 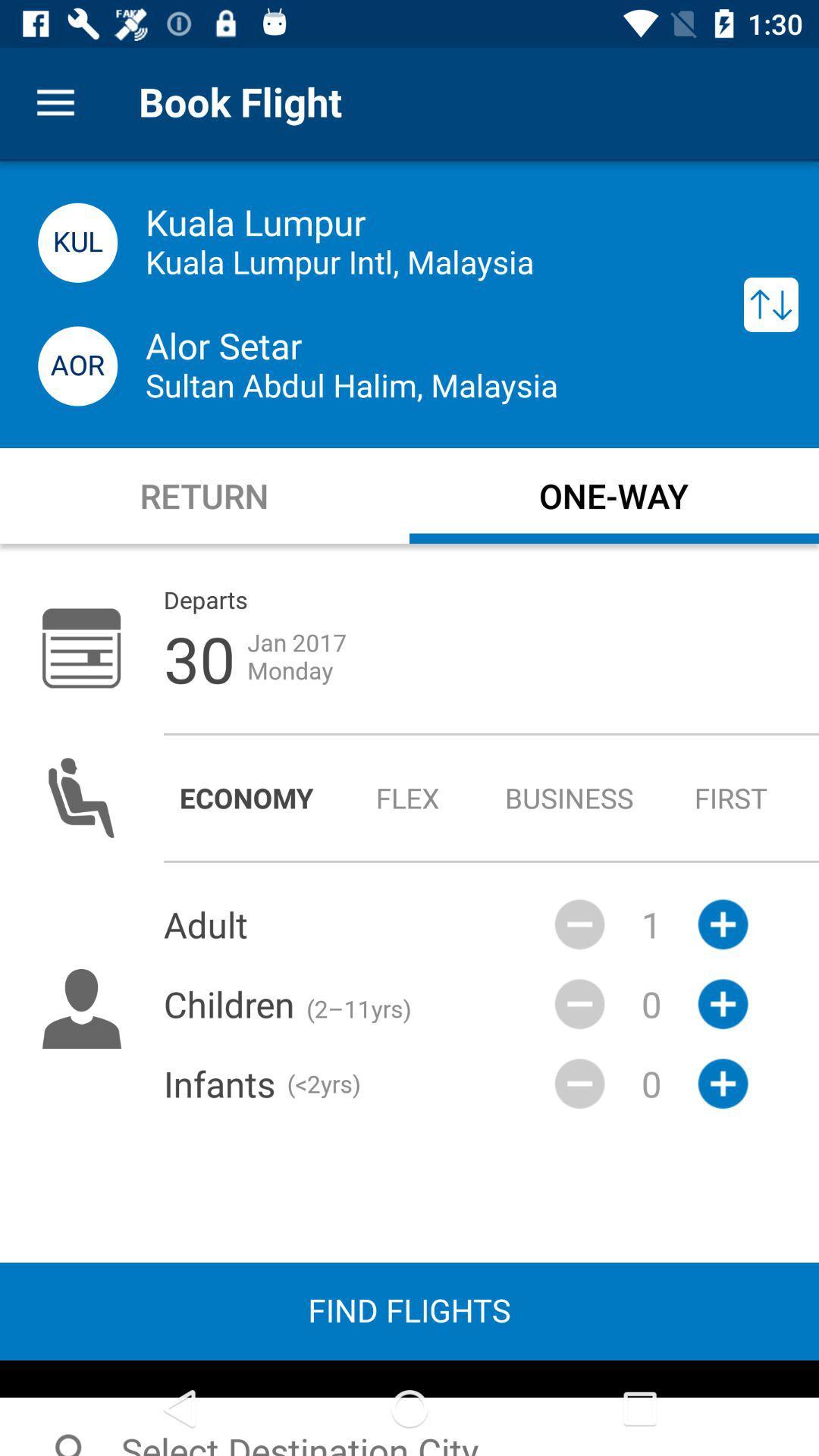 What do you see at coordinates (570, 797) in the screenshot?
I see `icon to the left of first item` at bounding box center [570, 797].